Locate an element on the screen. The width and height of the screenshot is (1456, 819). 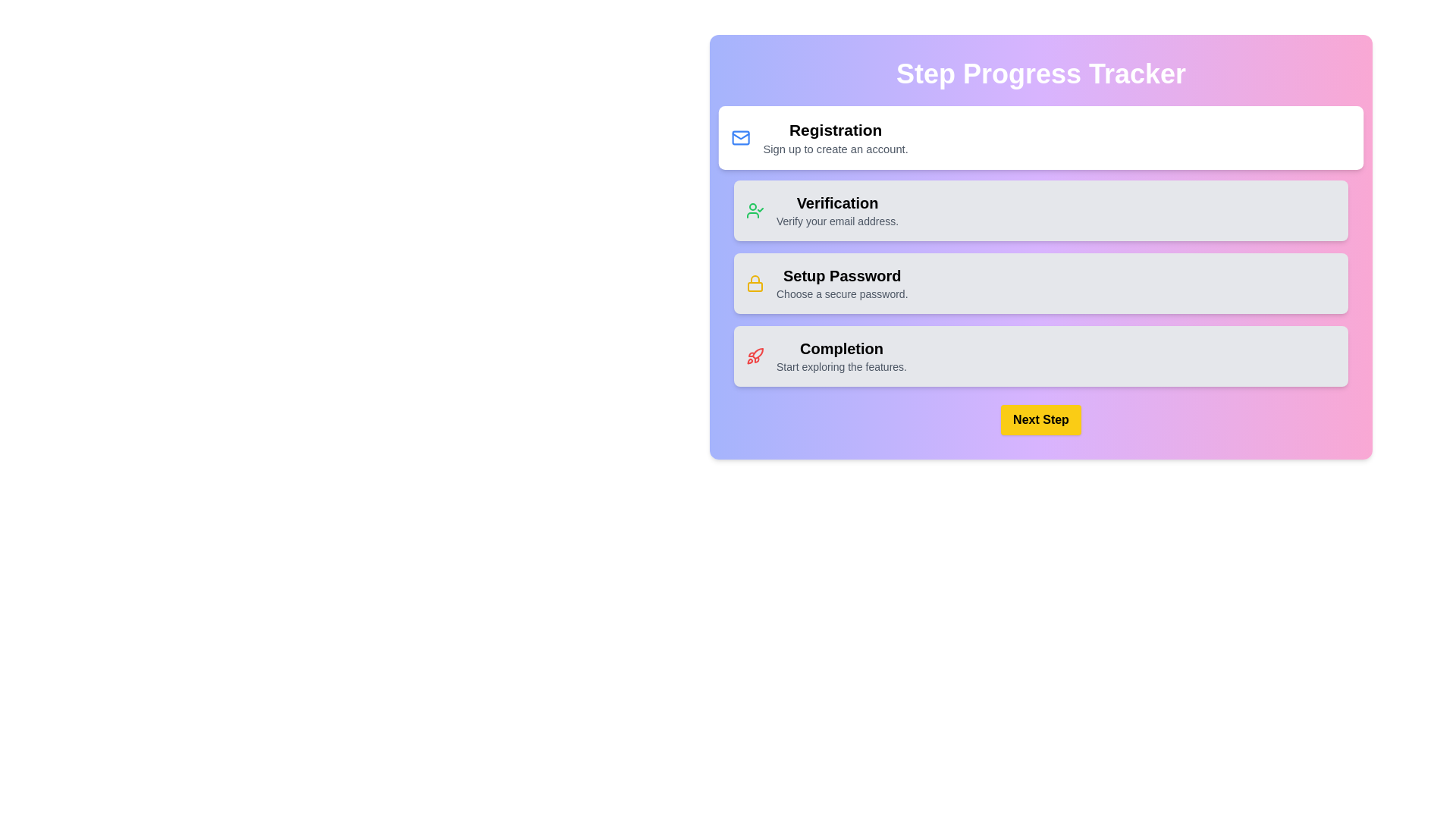
the secure lock icon located in the 'Setup Password' section, which is the third item in the vertical step progress tracker is located at coordinates (755, 284).